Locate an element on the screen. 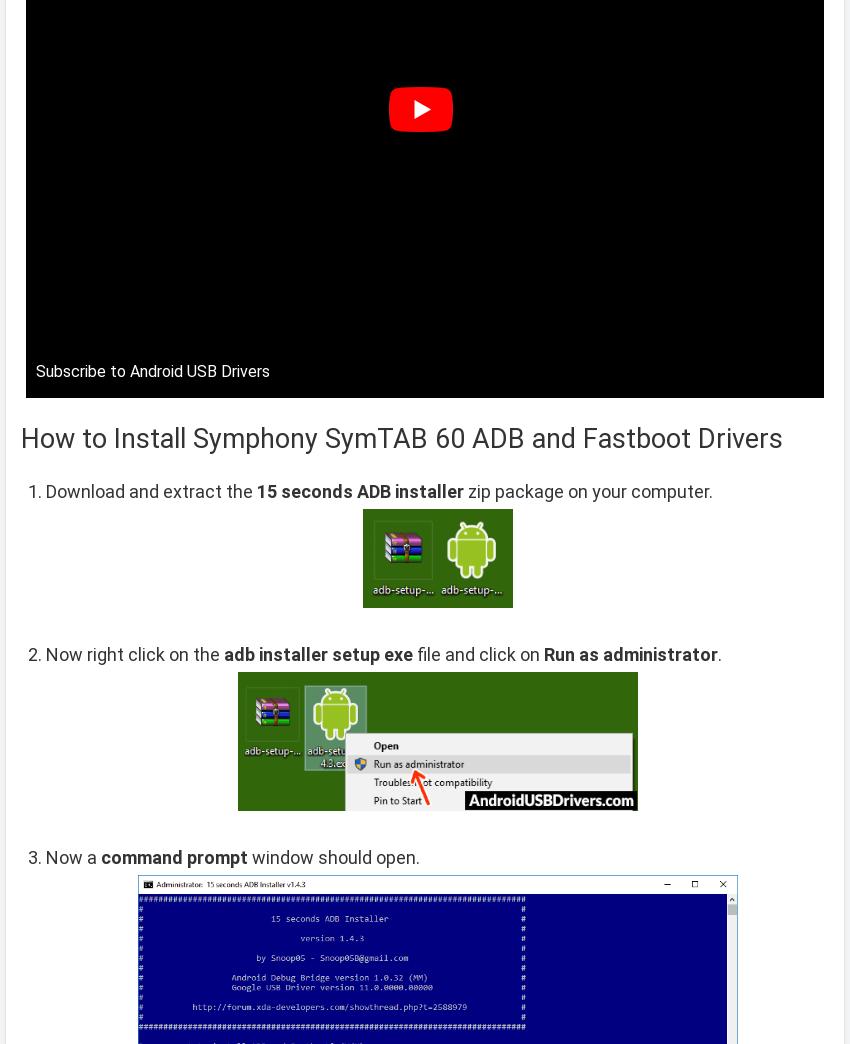  'Subscribe to Android USB Drivers' is located at coordinates (153, 371).